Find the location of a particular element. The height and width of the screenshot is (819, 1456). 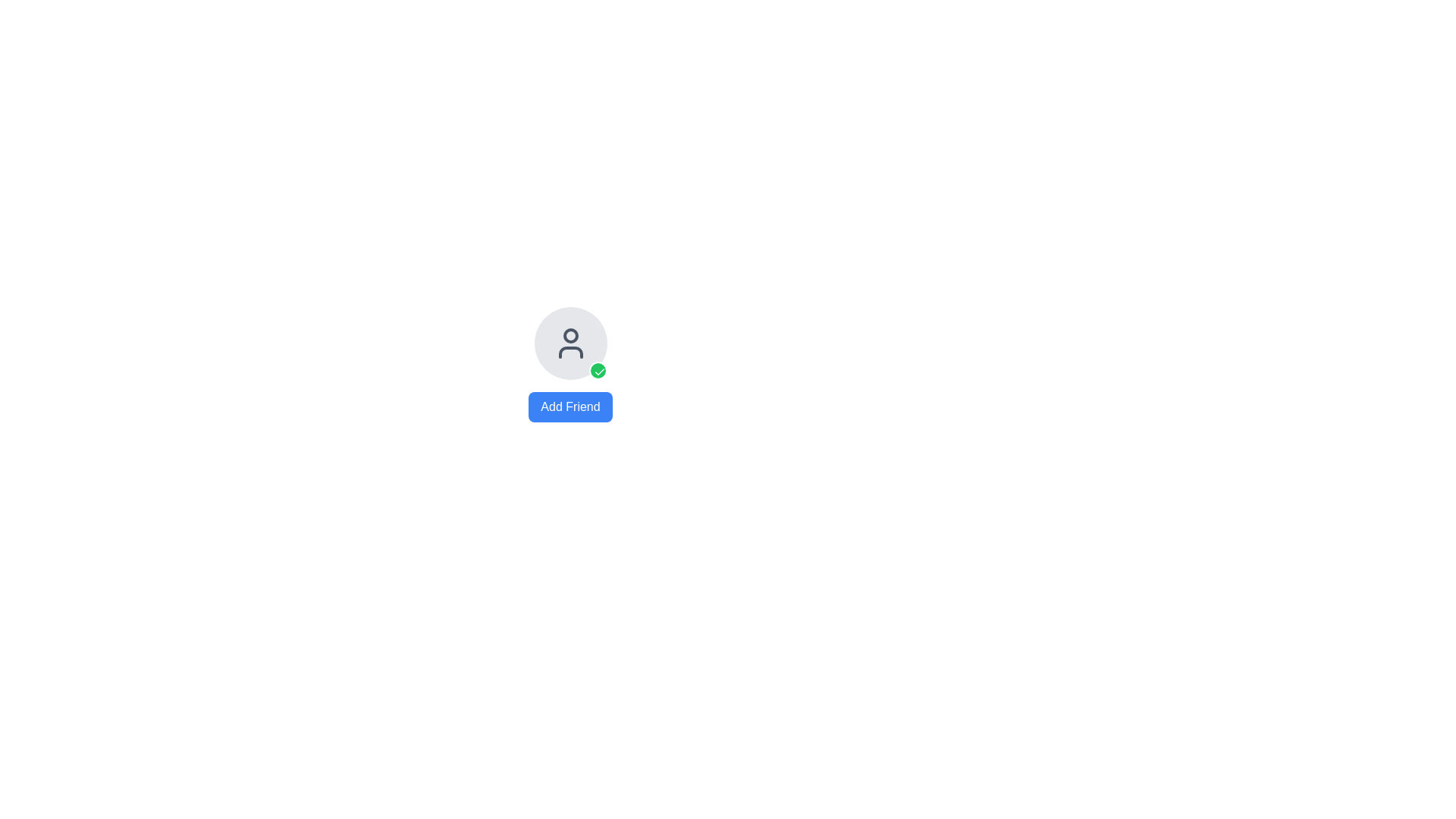

the status indicator located at the bottom-right corner of the circular avatar icon, which visually represents online or verified status is located at coordinates (597, 371).